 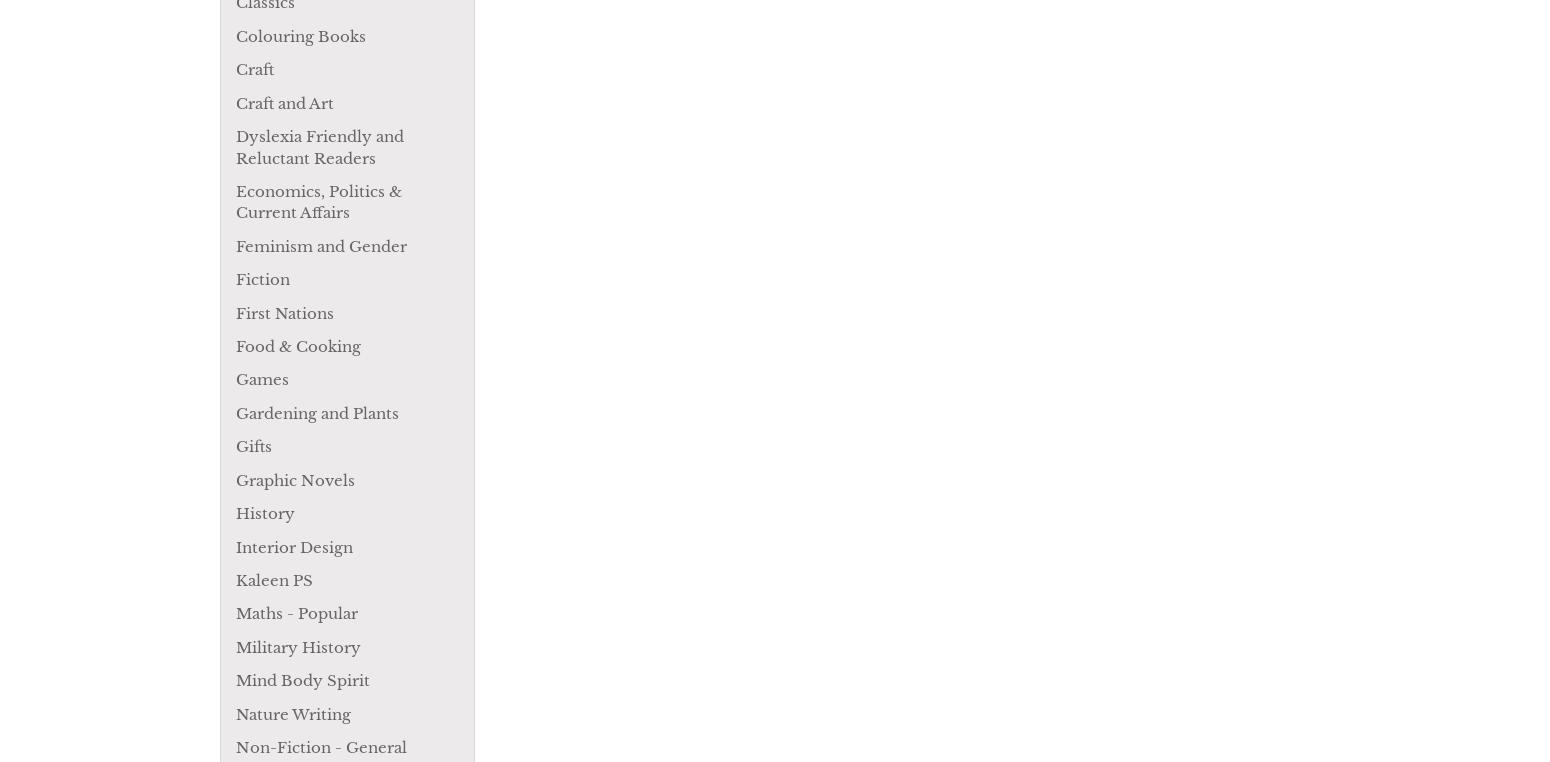 I want to click on 'Craft', so click(x=254, y=69).